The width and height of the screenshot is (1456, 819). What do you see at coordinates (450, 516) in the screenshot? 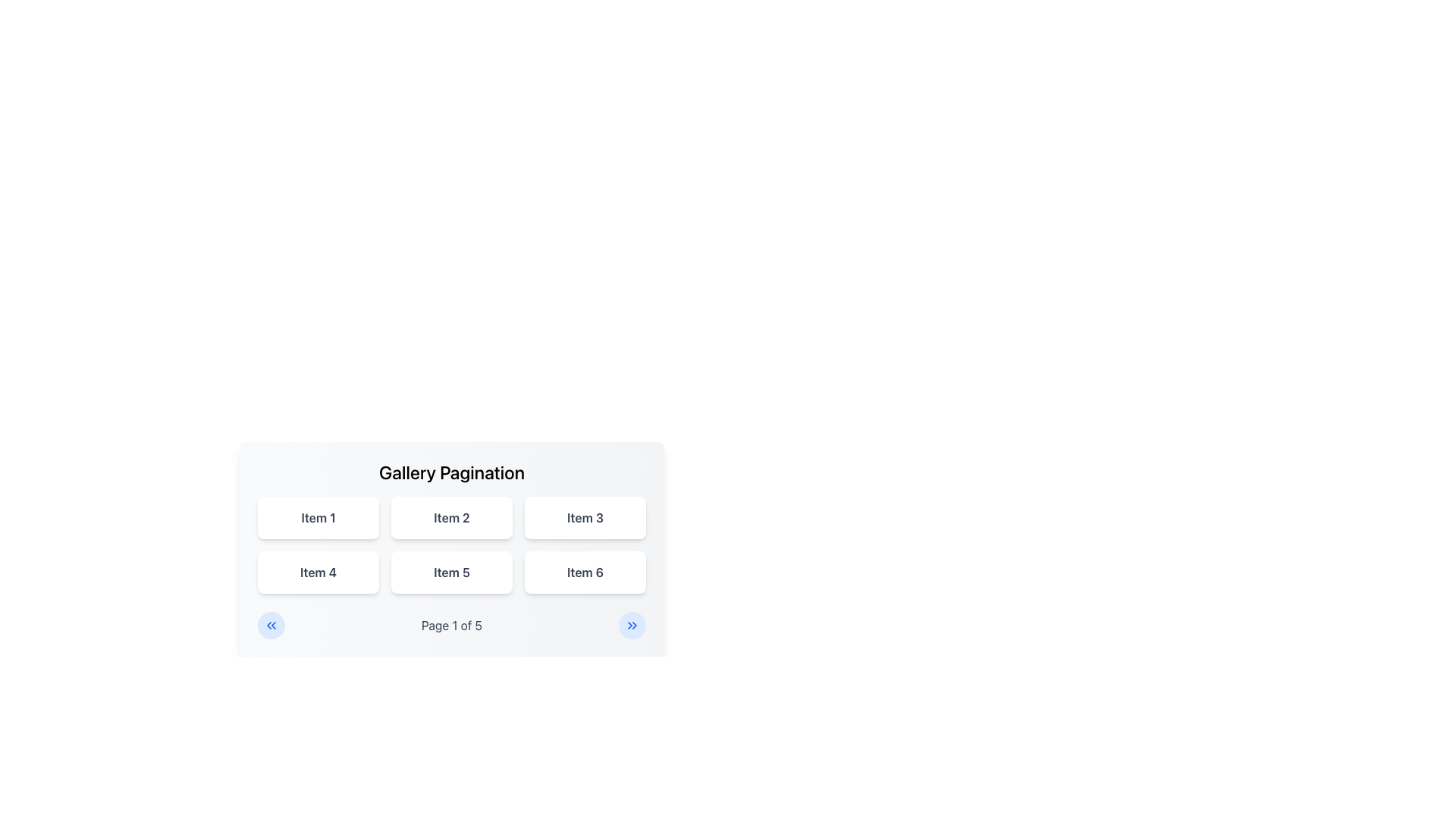
I see `the Text Label displaying 'Item 2' in a bold, gray font located in the upper row, second column of the grid layout under 'Gallery Pagination'` at bounding box center [450, 516].